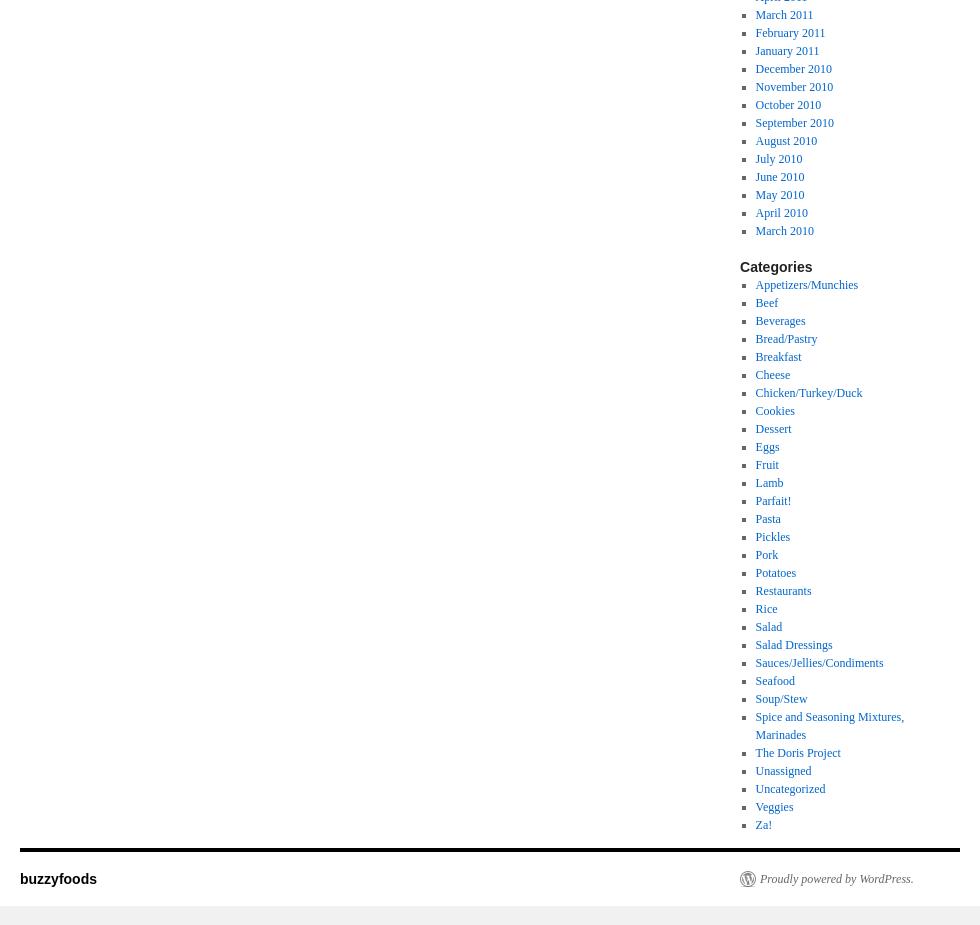  What do you see at coordinates (773, 428) in the screenshot?
I see `'Dessert'` at bounding box center [773, 428].